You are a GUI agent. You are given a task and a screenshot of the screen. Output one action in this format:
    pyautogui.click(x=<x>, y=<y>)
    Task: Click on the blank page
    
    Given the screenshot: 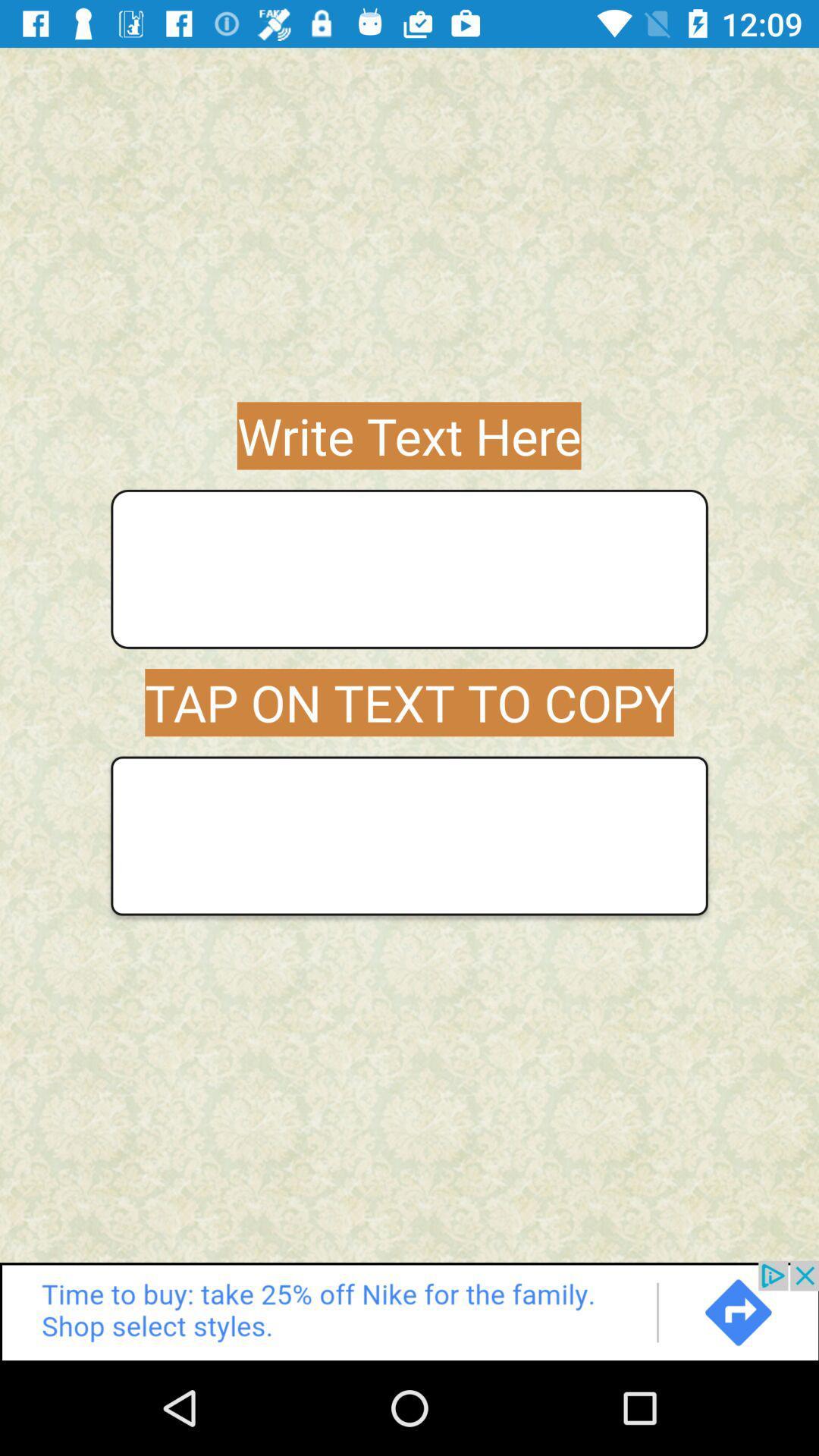 What is the action you would take?
    pyautogui.click(x=409, y=835)
    